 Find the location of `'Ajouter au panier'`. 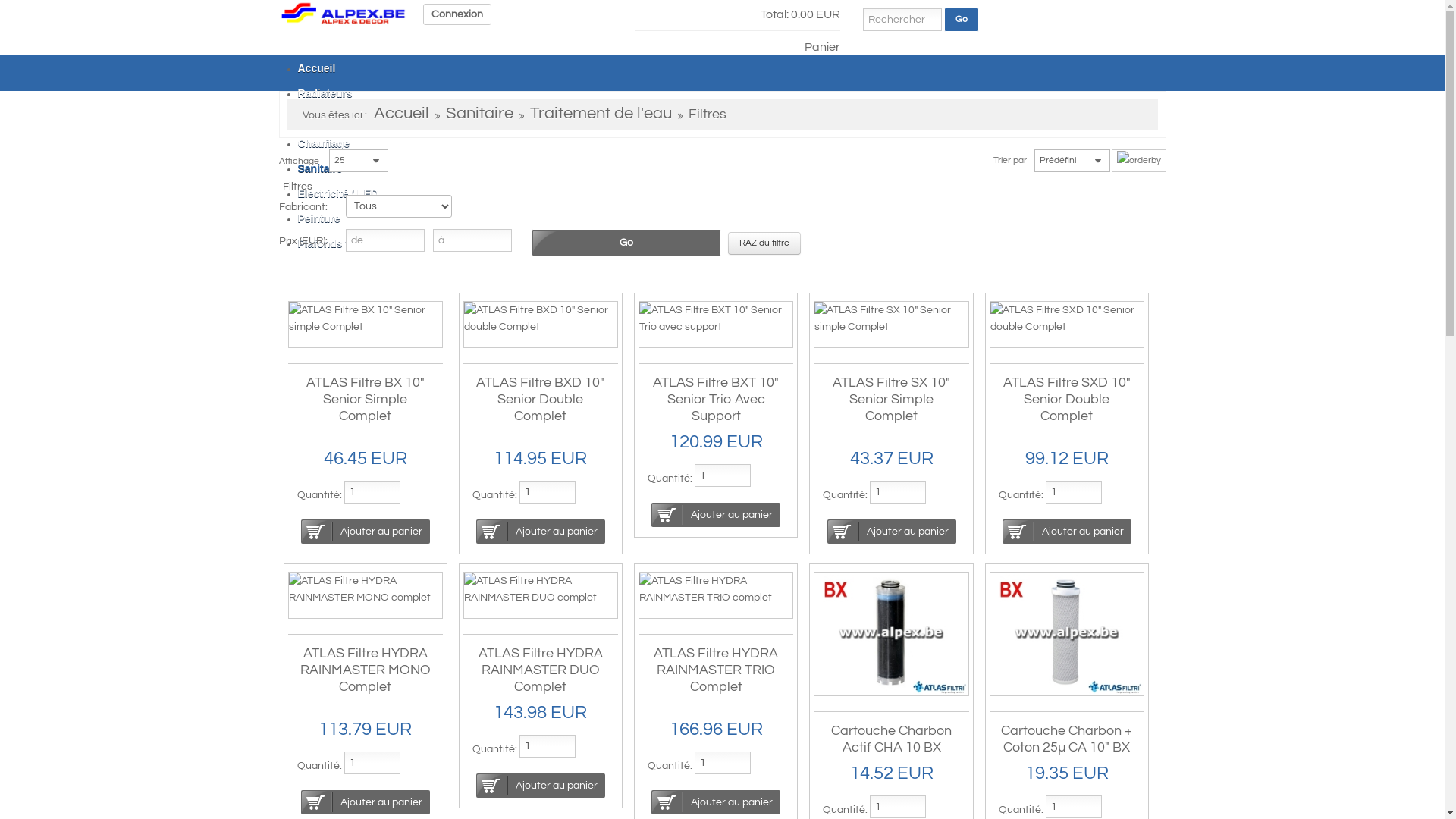

'Ajouter au panier' is located at coordinates (892, 531).